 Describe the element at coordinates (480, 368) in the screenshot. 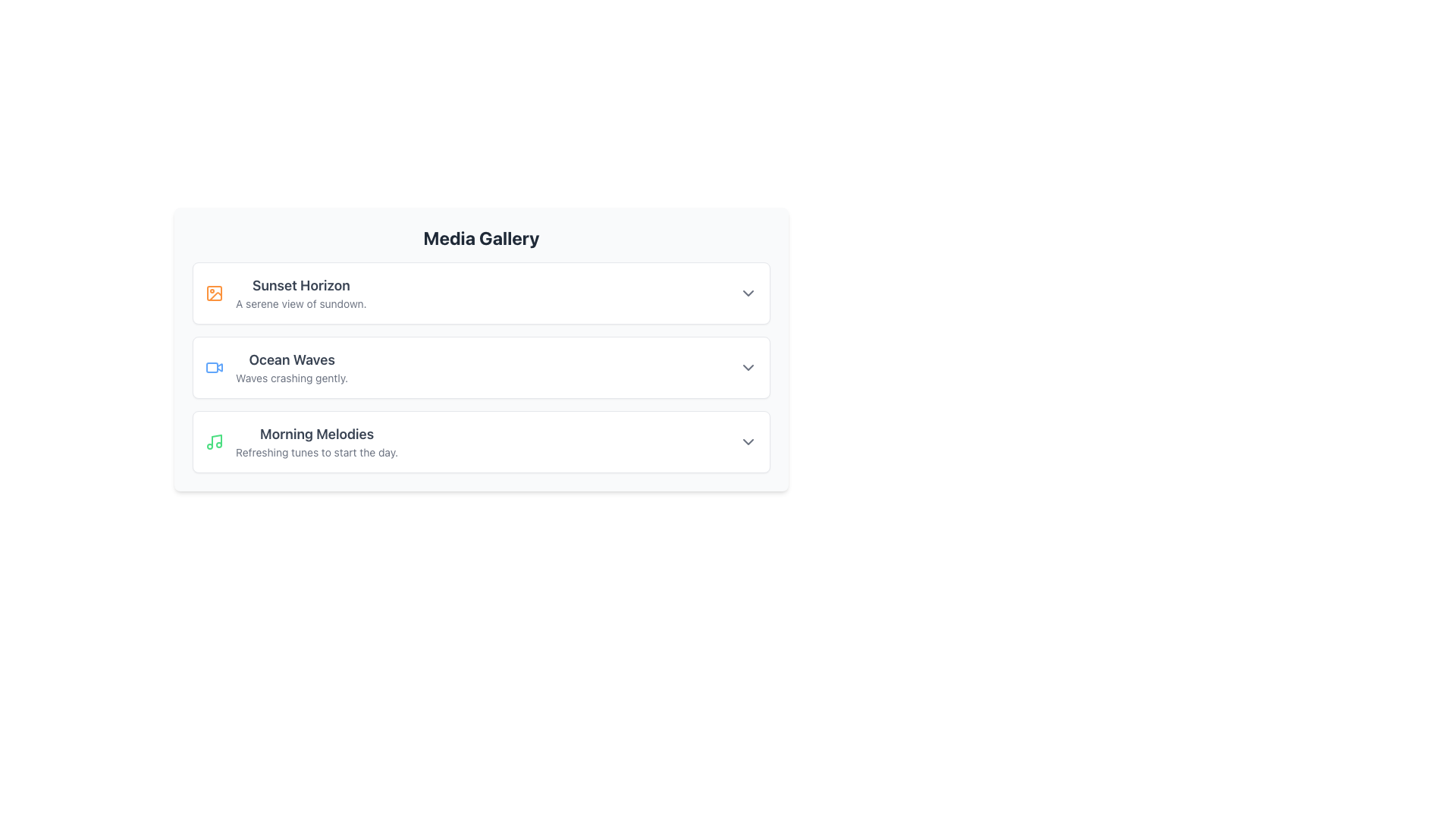

I see `the 'Ocean Waves' List Item Card` at that location.